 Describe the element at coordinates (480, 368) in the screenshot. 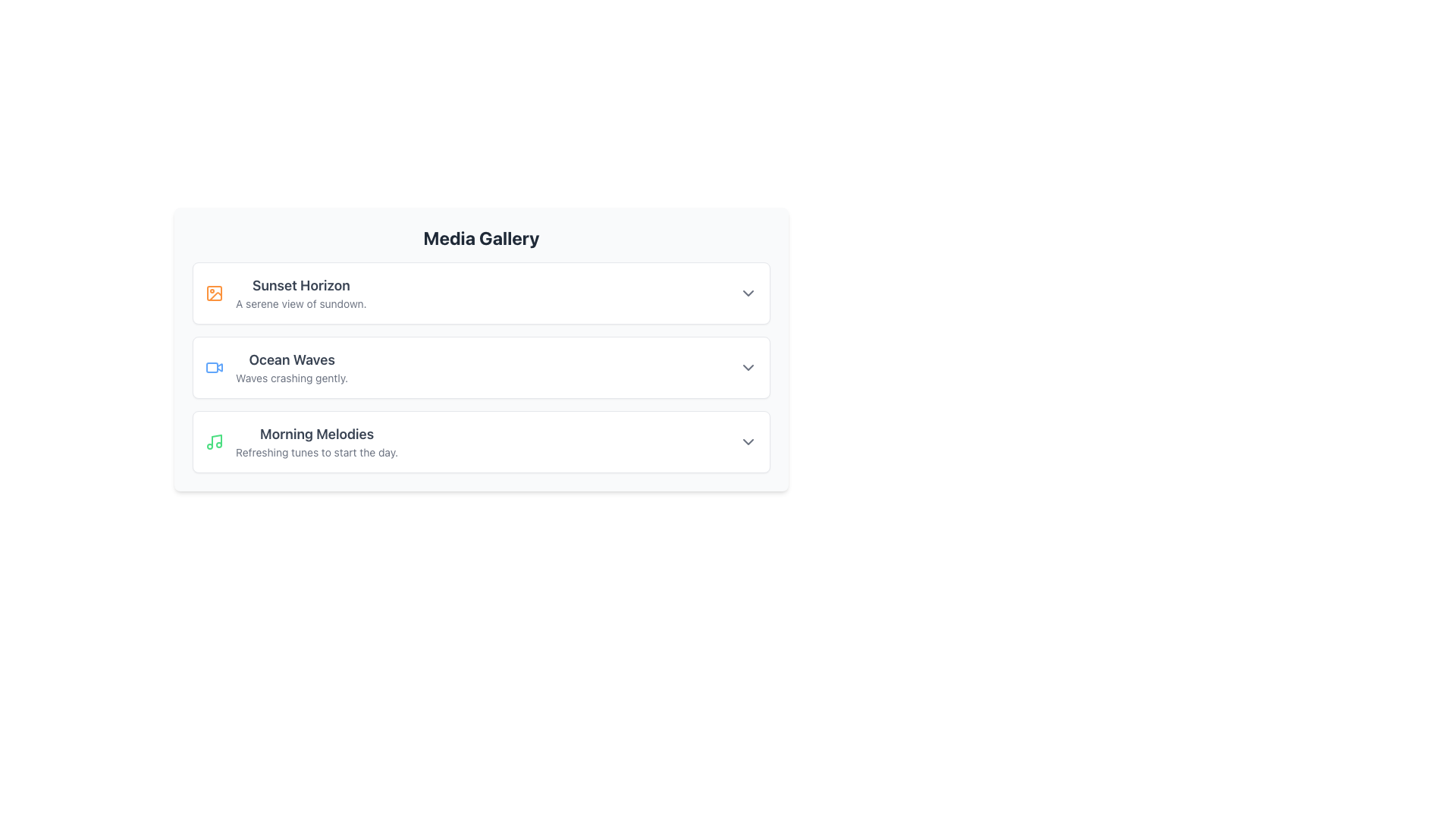

I see `the 'Ocean Waves' List Item Card` at that location.